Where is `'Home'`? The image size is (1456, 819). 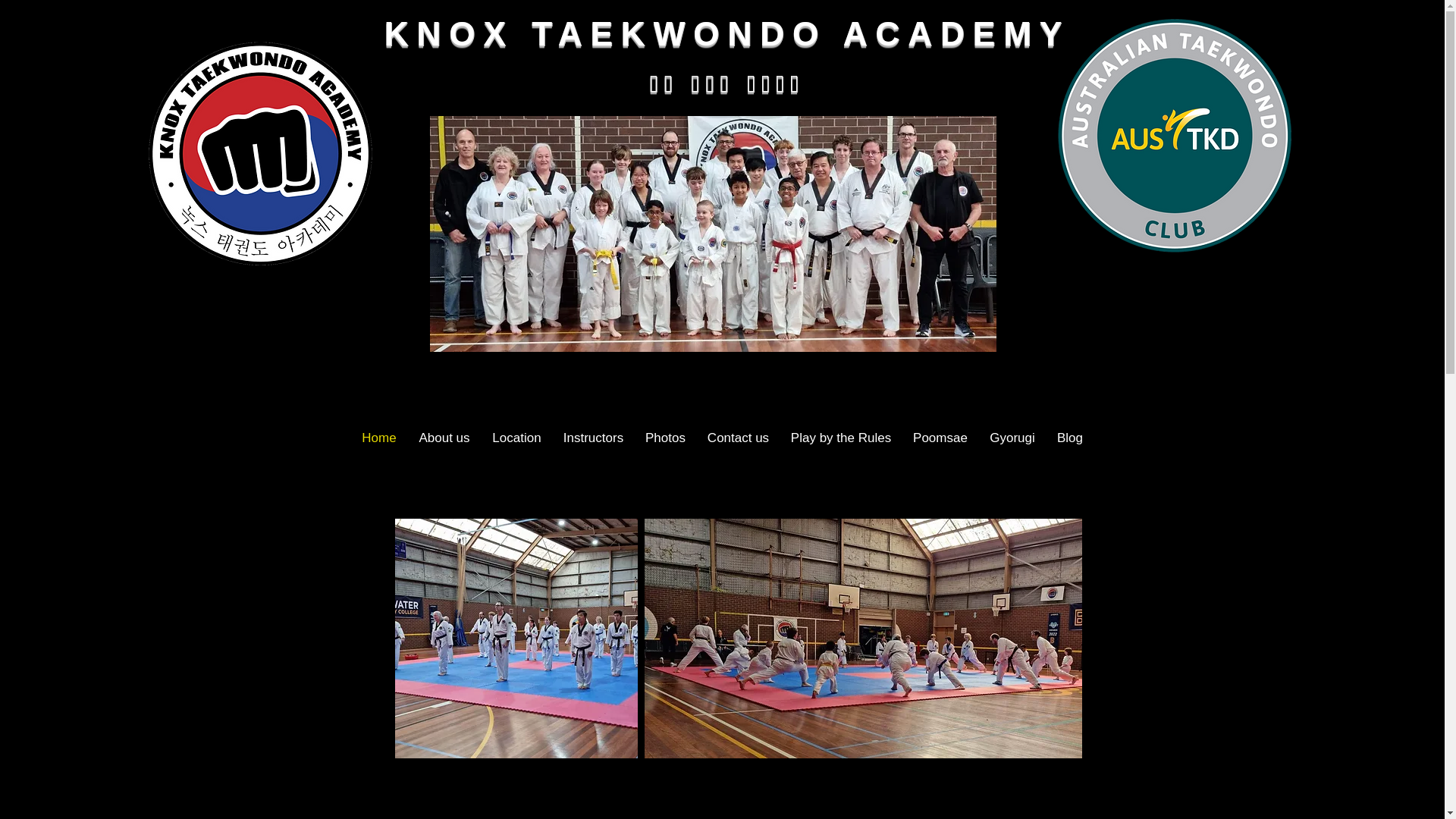
'Home' is located at coordinates (378, 438).